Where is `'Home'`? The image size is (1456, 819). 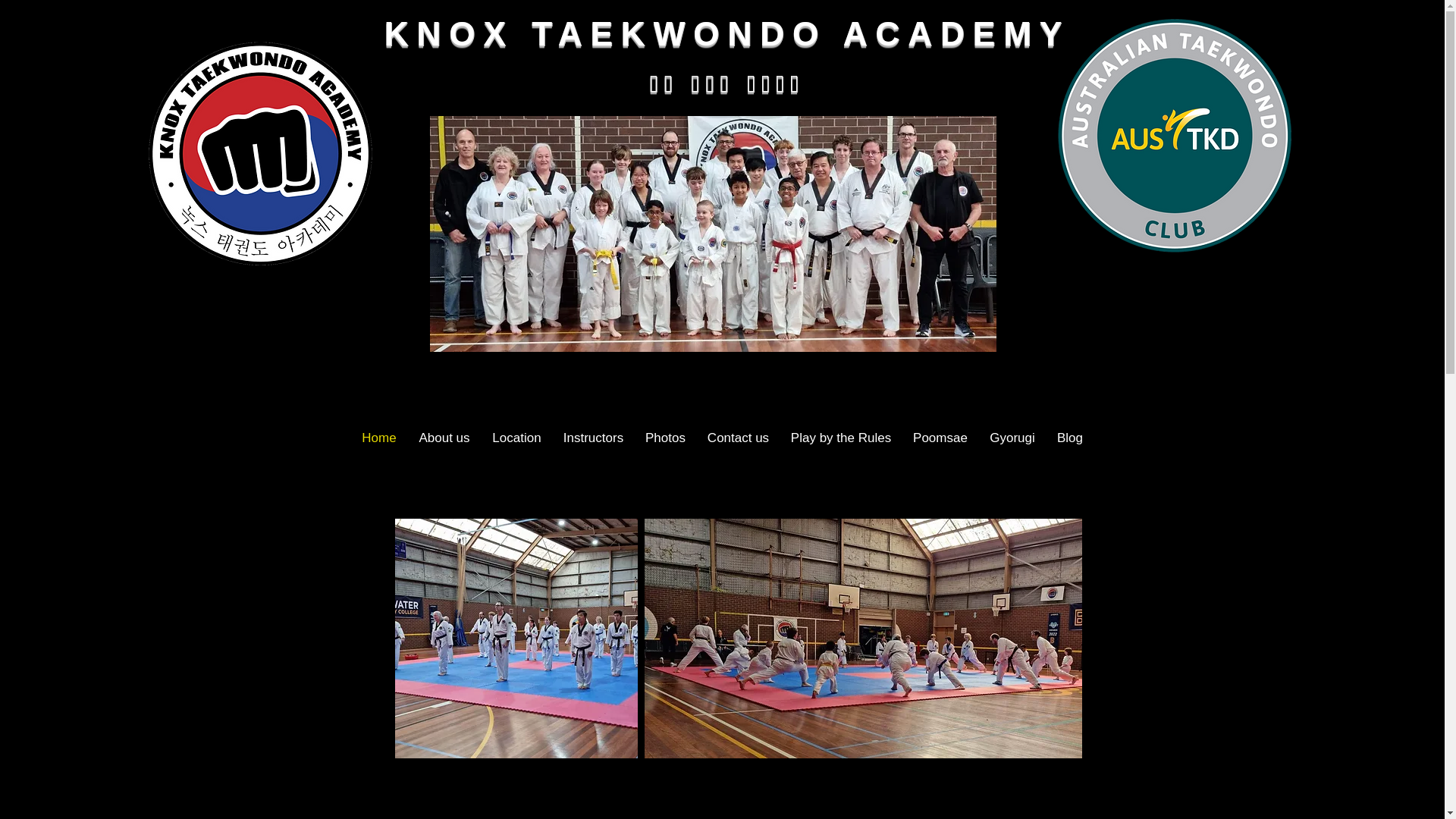
'Home' is located at coordinates (378, 438).